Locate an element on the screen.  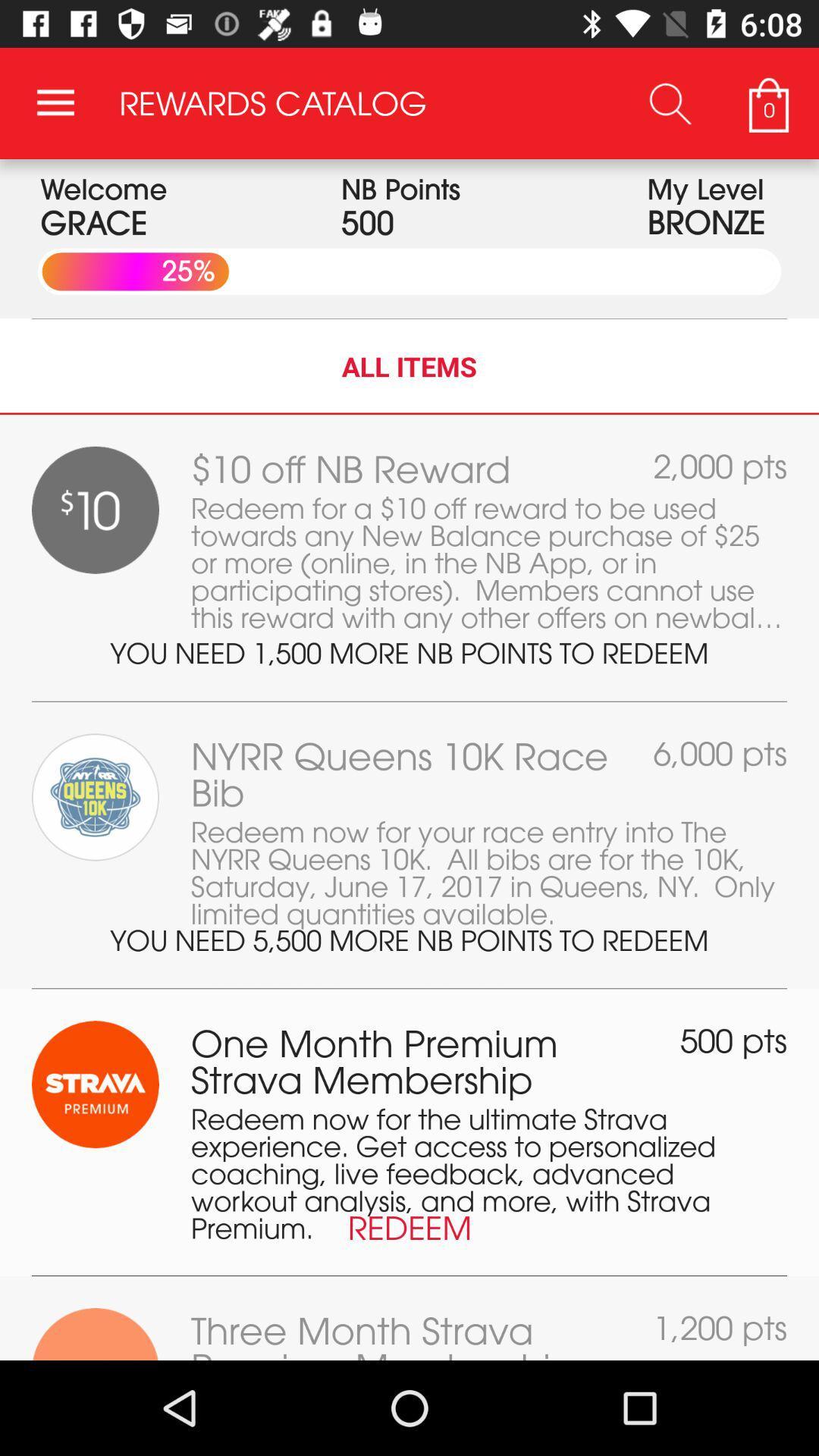
the item next to rewards catalog icon is located at coordinates (670, 102).